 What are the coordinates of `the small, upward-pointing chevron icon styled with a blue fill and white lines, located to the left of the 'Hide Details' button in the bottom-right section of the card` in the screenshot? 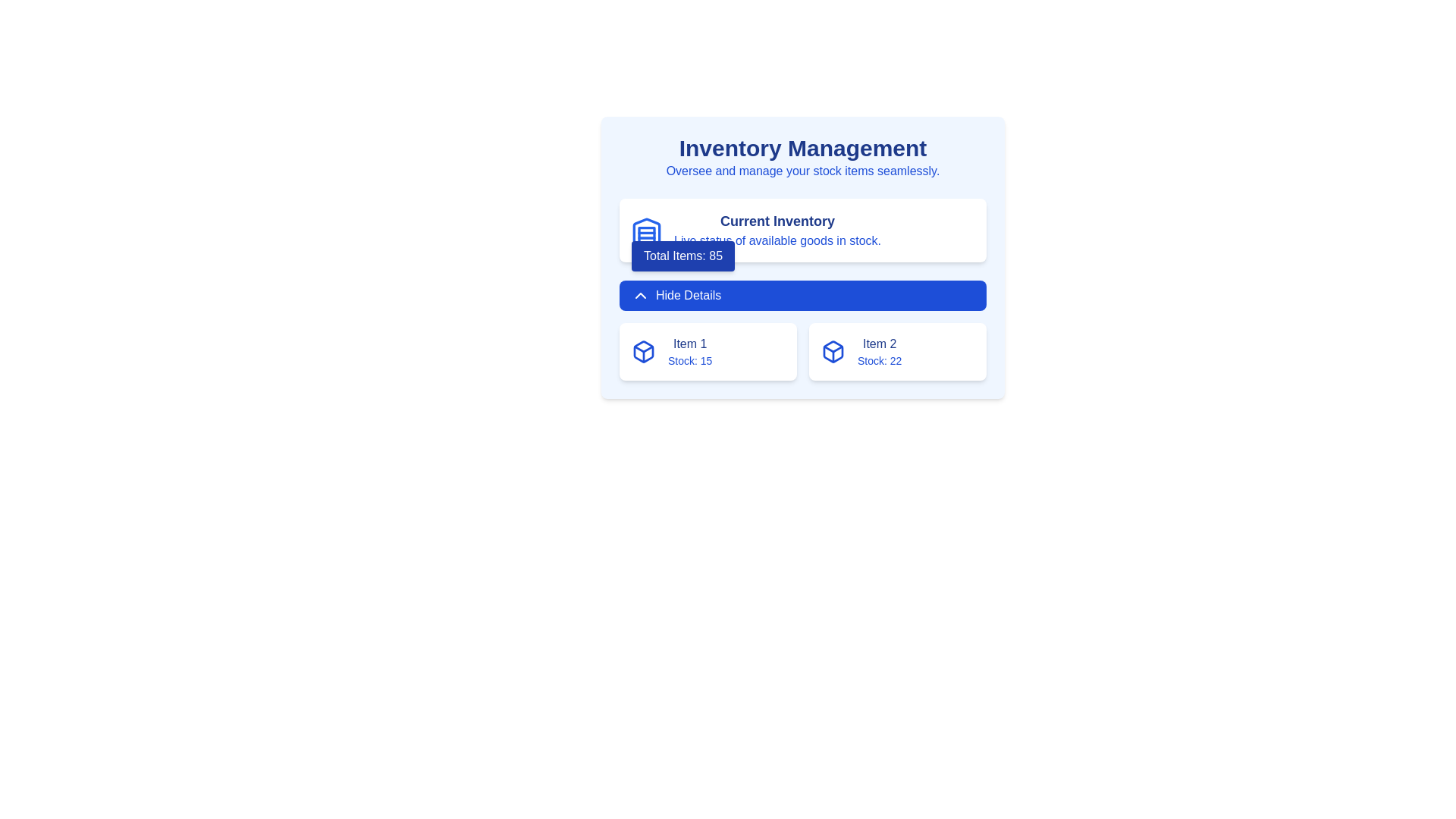 It's located at (640, 295).